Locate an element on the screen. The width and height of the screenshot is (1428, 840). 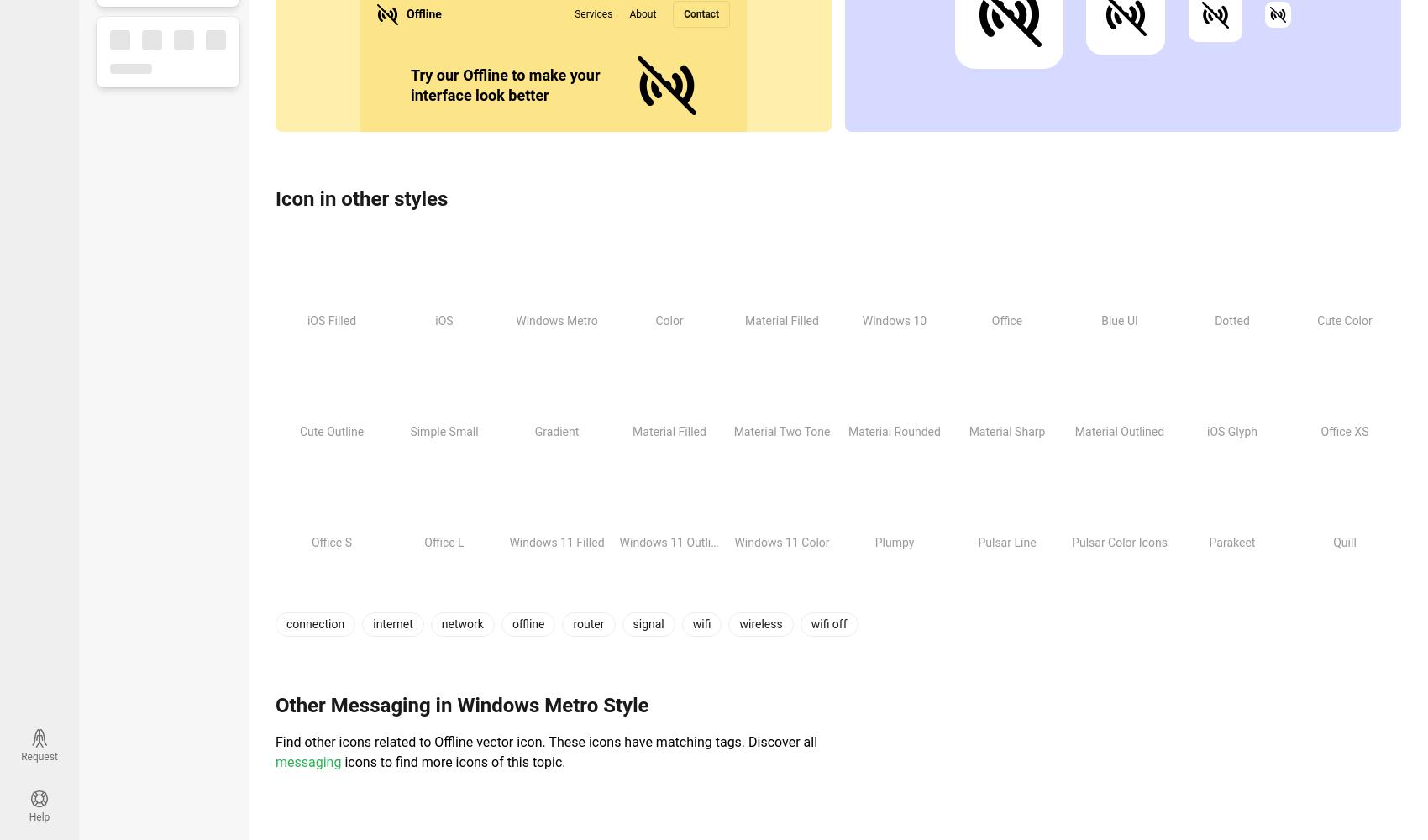
'signal' is located at coordinates (647, 623).